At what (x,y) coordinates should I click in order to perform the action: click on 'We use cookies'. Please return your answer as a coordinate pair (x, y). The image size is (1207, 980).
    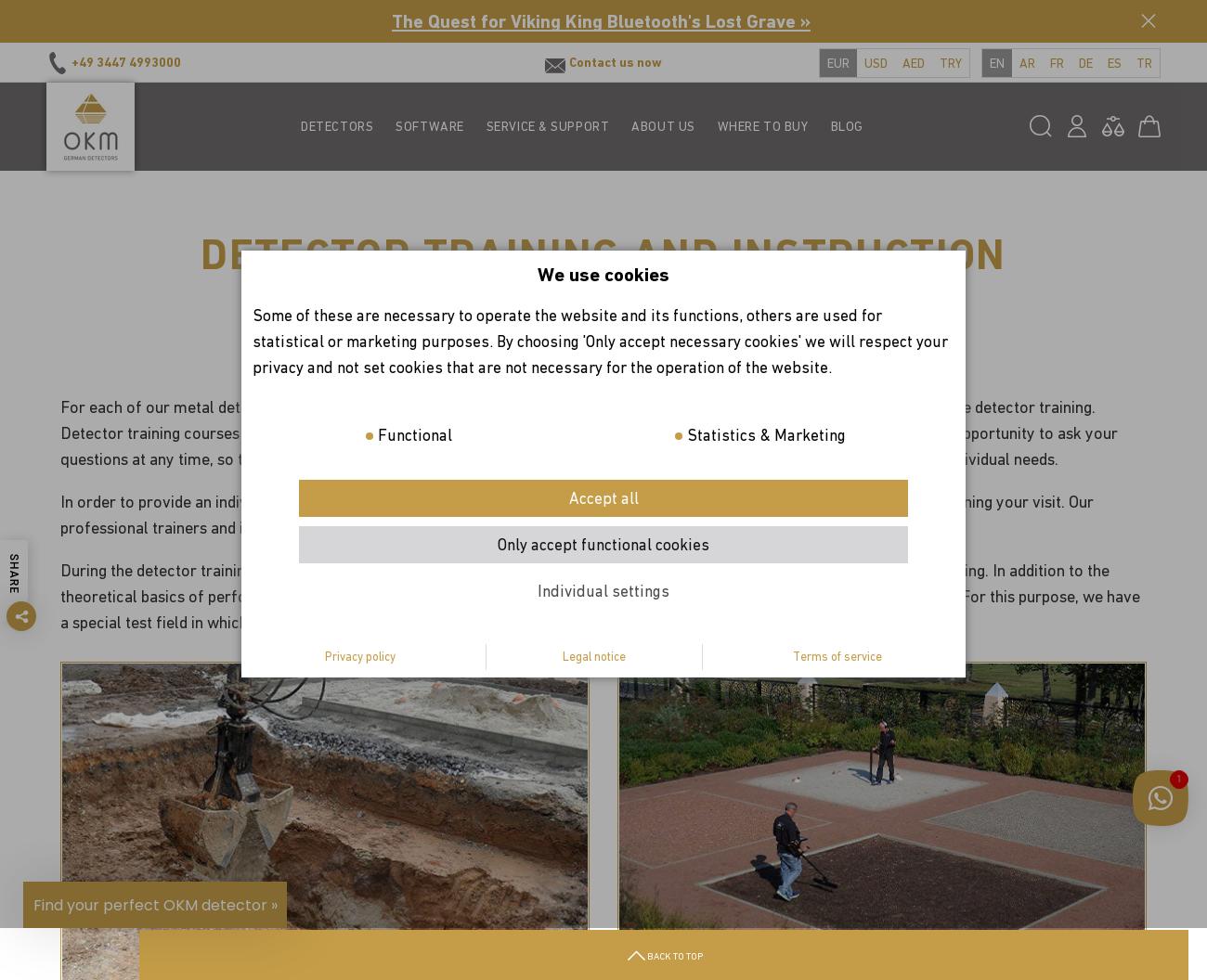
    Looking at the image, I should click on (603, 274).